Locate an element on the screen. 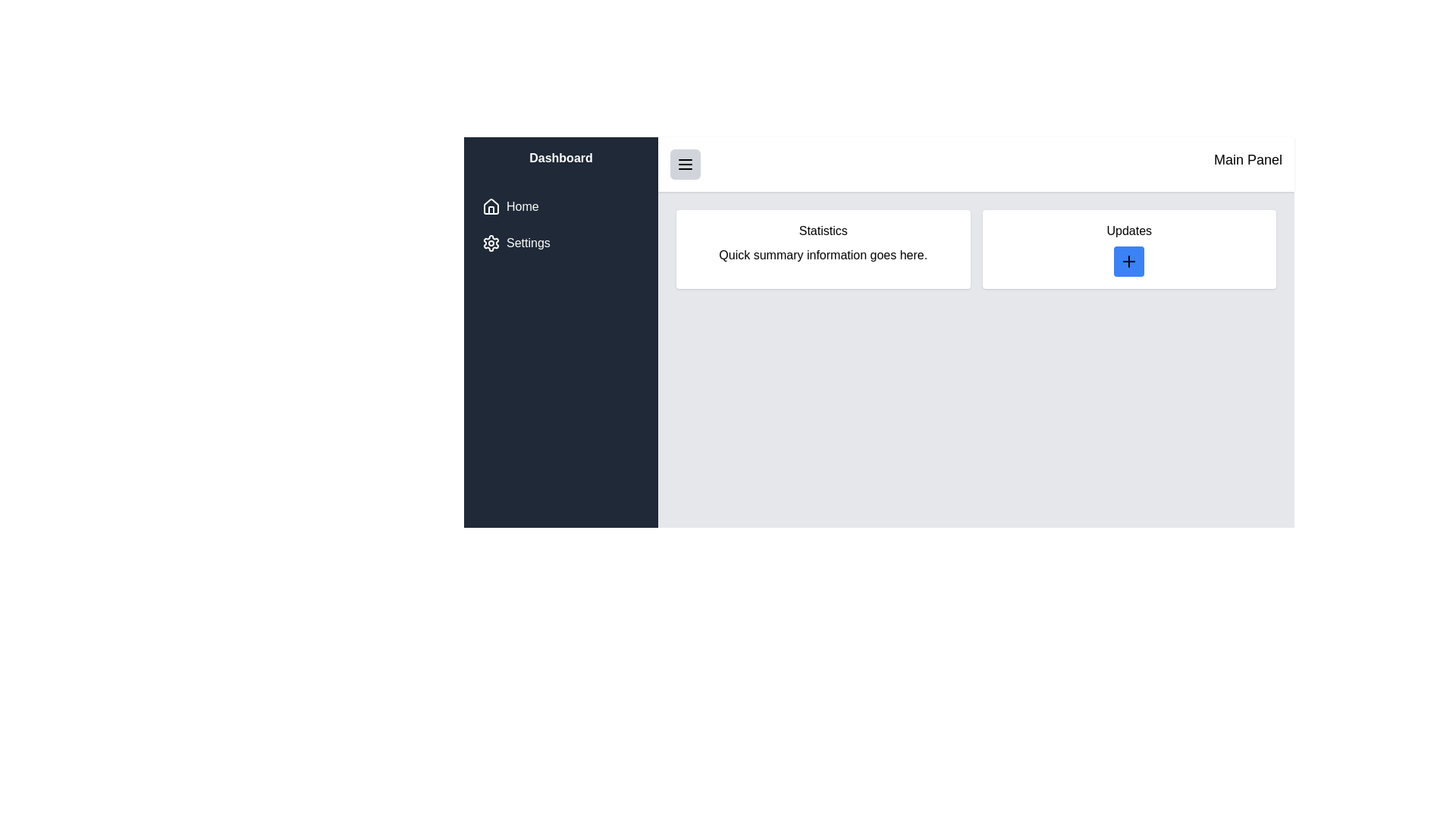 The height and width of the screenshot is (819, 1456). the house icon with white strokes on a navy blue background located in the left-side navigation panel before the 'Home' label is located at coordinates (491, 207).